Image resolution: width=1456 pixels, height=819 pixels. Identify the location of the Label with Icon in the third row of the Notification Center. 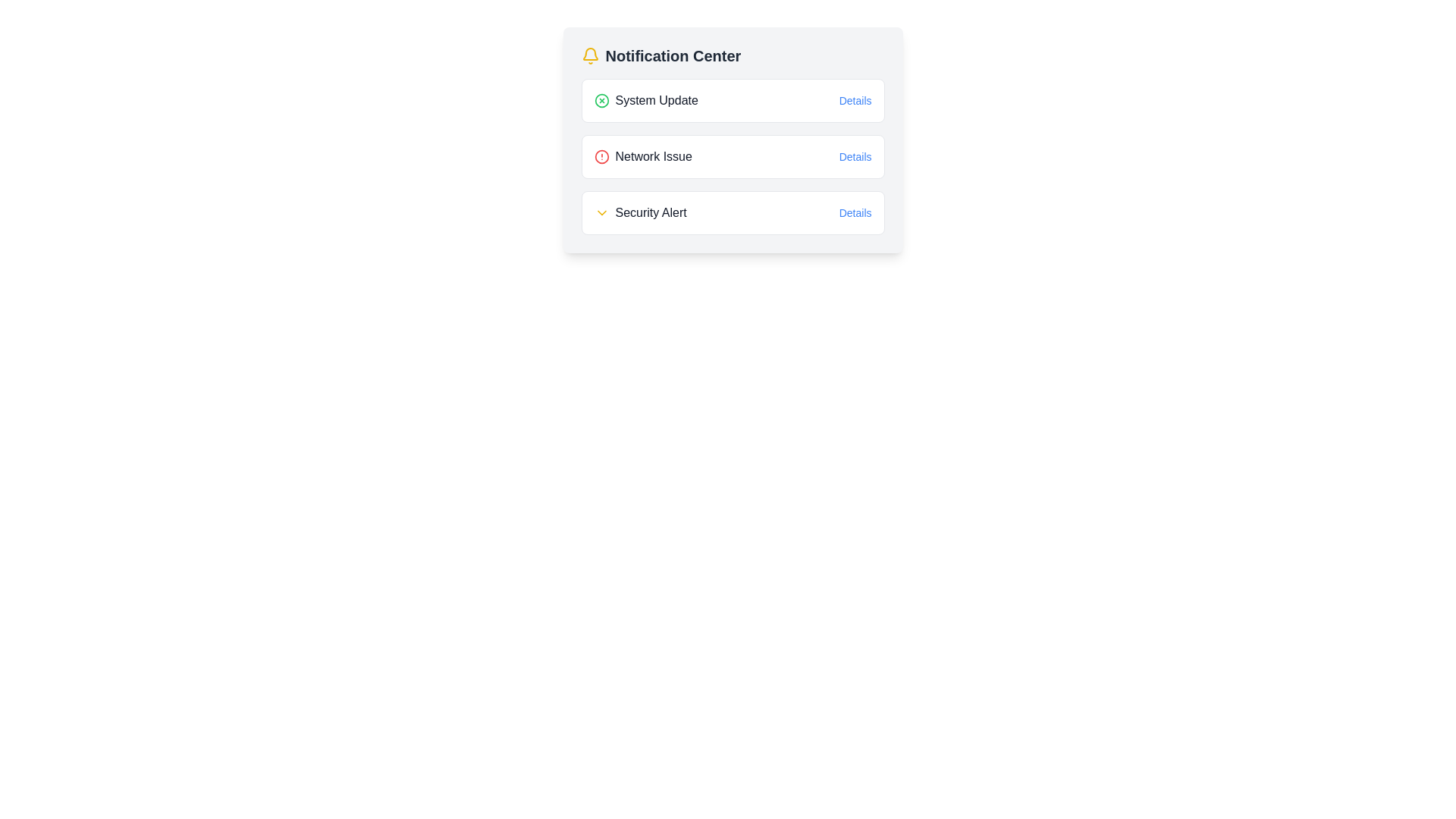
(640, 213).